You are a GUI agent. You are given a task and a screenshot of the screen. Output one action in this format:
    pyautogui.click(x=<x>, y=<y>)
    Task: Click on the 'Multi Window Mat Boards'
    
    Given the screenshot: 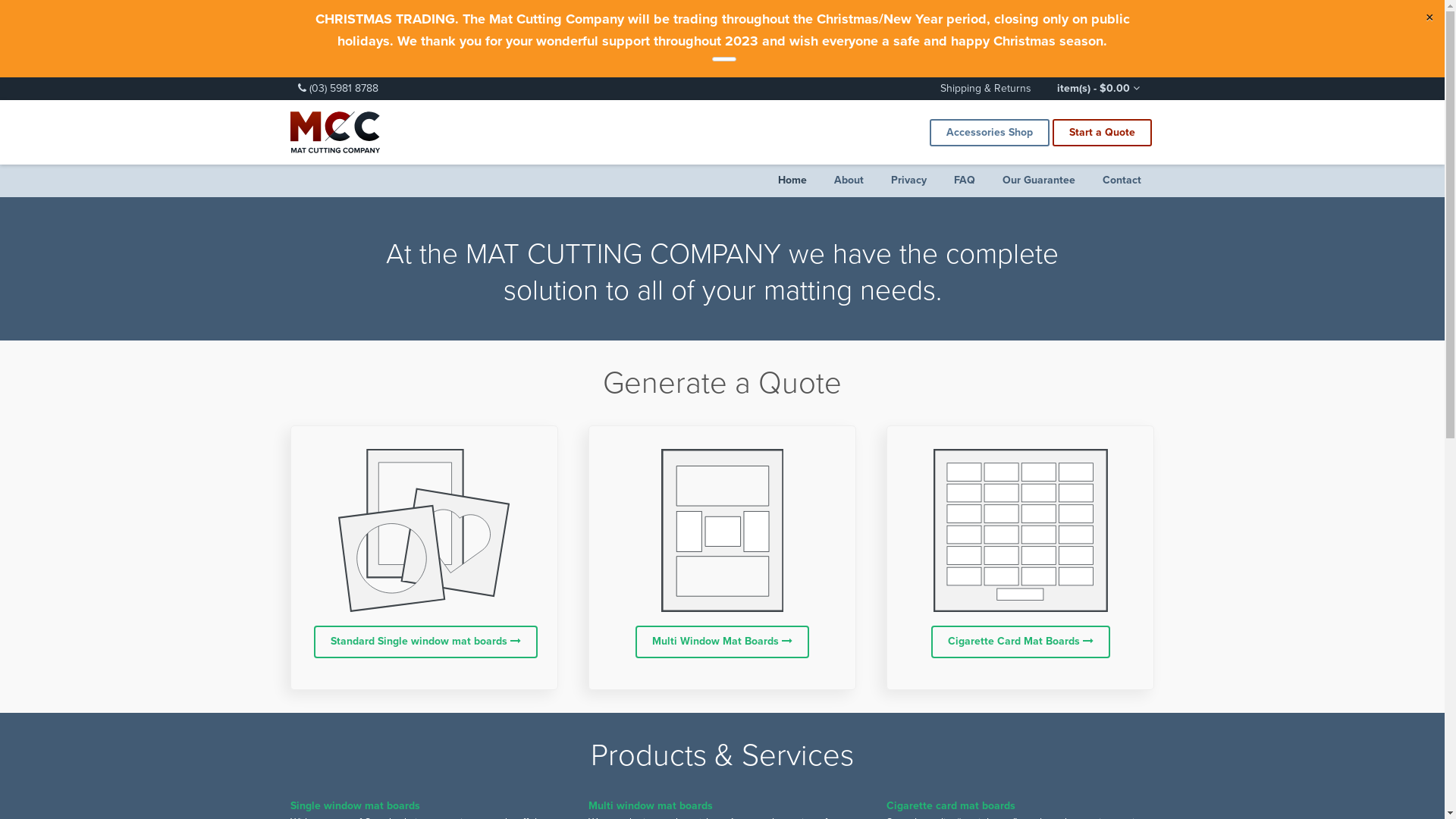 What is the action you would take?
    pyautogui.click(x=721, y=642)
    